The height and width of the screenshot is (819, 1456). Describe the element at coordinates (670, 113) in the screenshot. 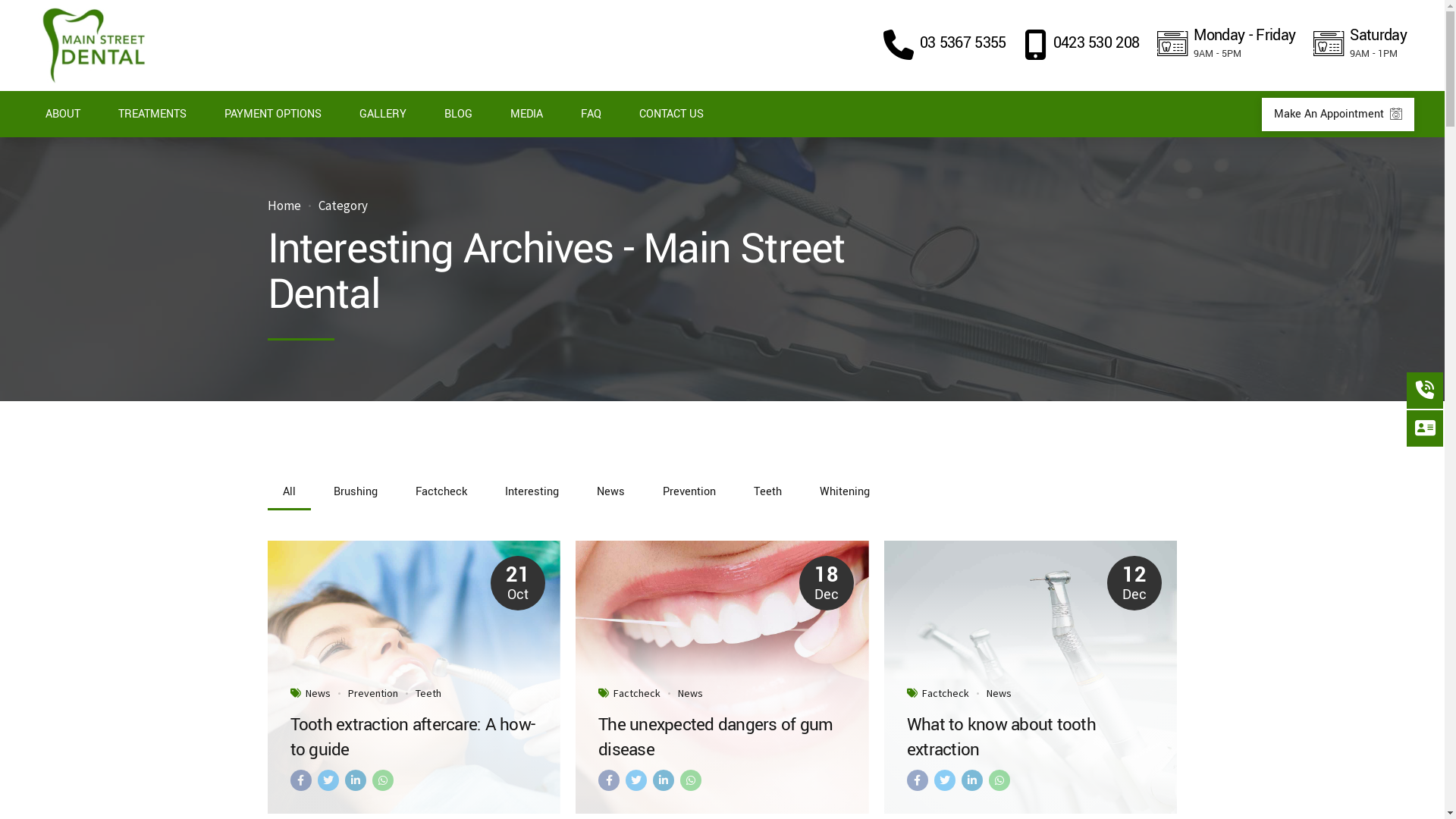

I see `'CONTACT US'` at that location.